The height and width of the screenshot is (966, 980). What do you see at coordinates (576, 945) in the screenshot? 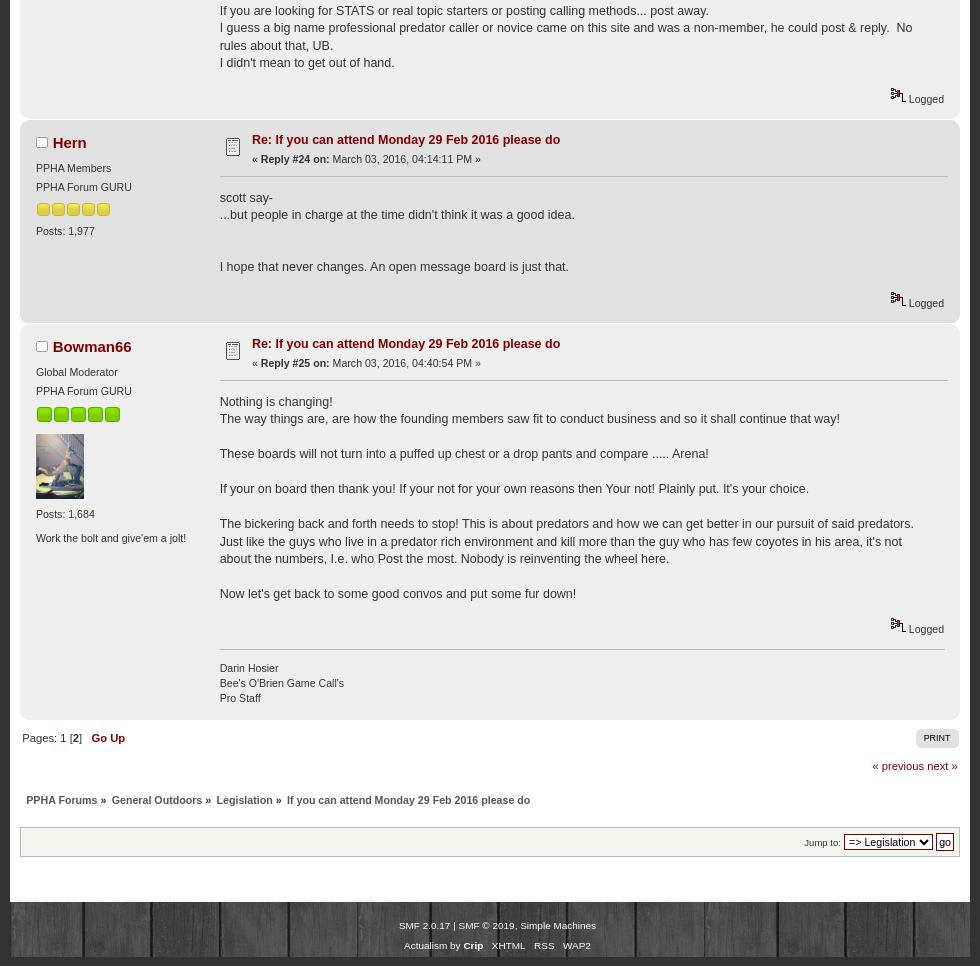
I see `'WAP2'` at bounding box center [576, 945].